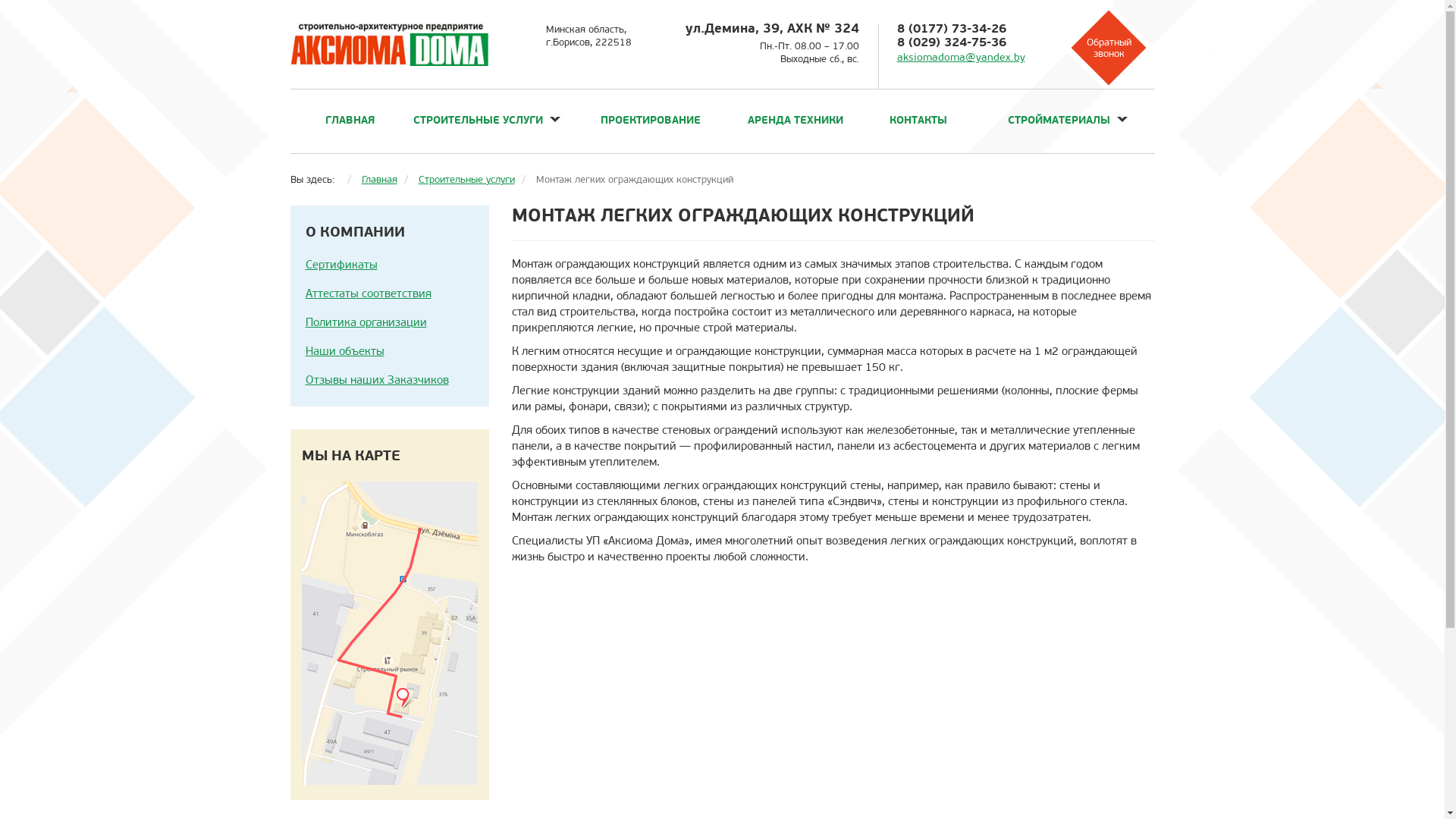 The height and width of the screenshot is (819, 1456). I want to click on 'aksiomadoma@yandex.by', so click(959, 57).